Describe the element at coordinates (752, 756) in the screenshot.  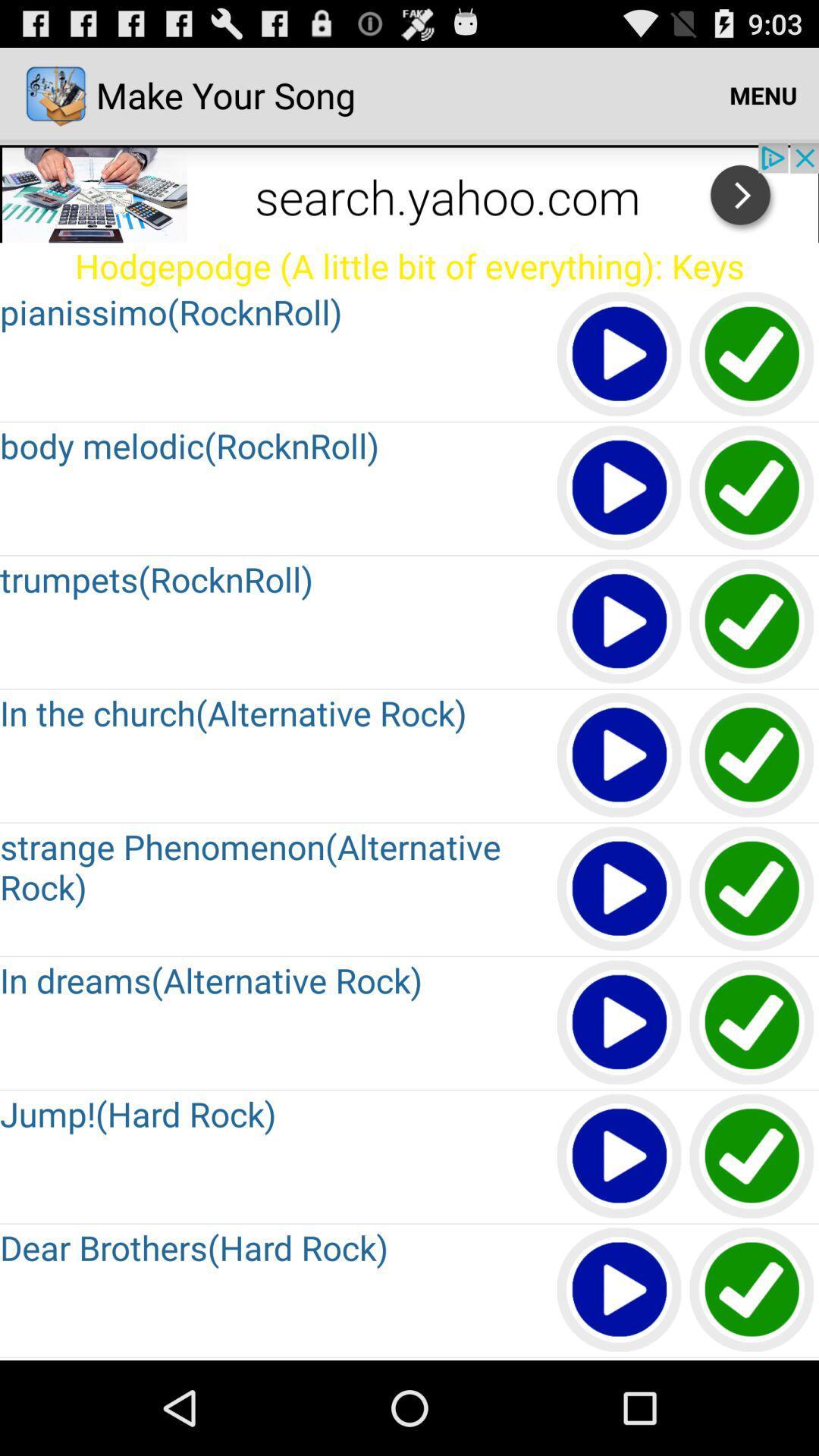
I see `the correct option` at that location.